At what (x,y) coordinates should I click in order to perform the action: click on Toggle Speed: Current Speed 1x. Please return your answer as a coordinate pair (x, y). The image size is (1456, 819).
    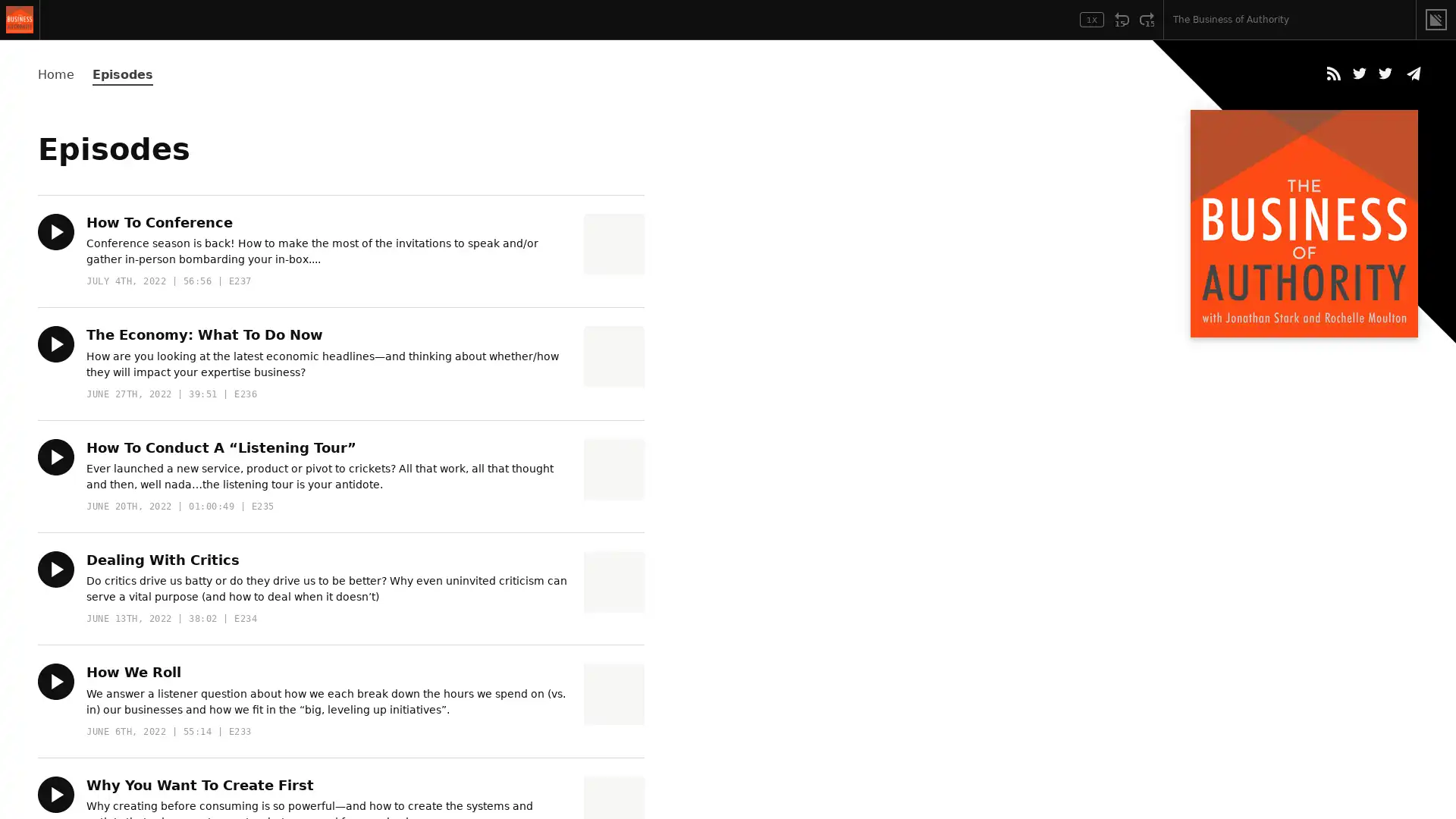
    Looking at the image, I should click on (1092, 20).